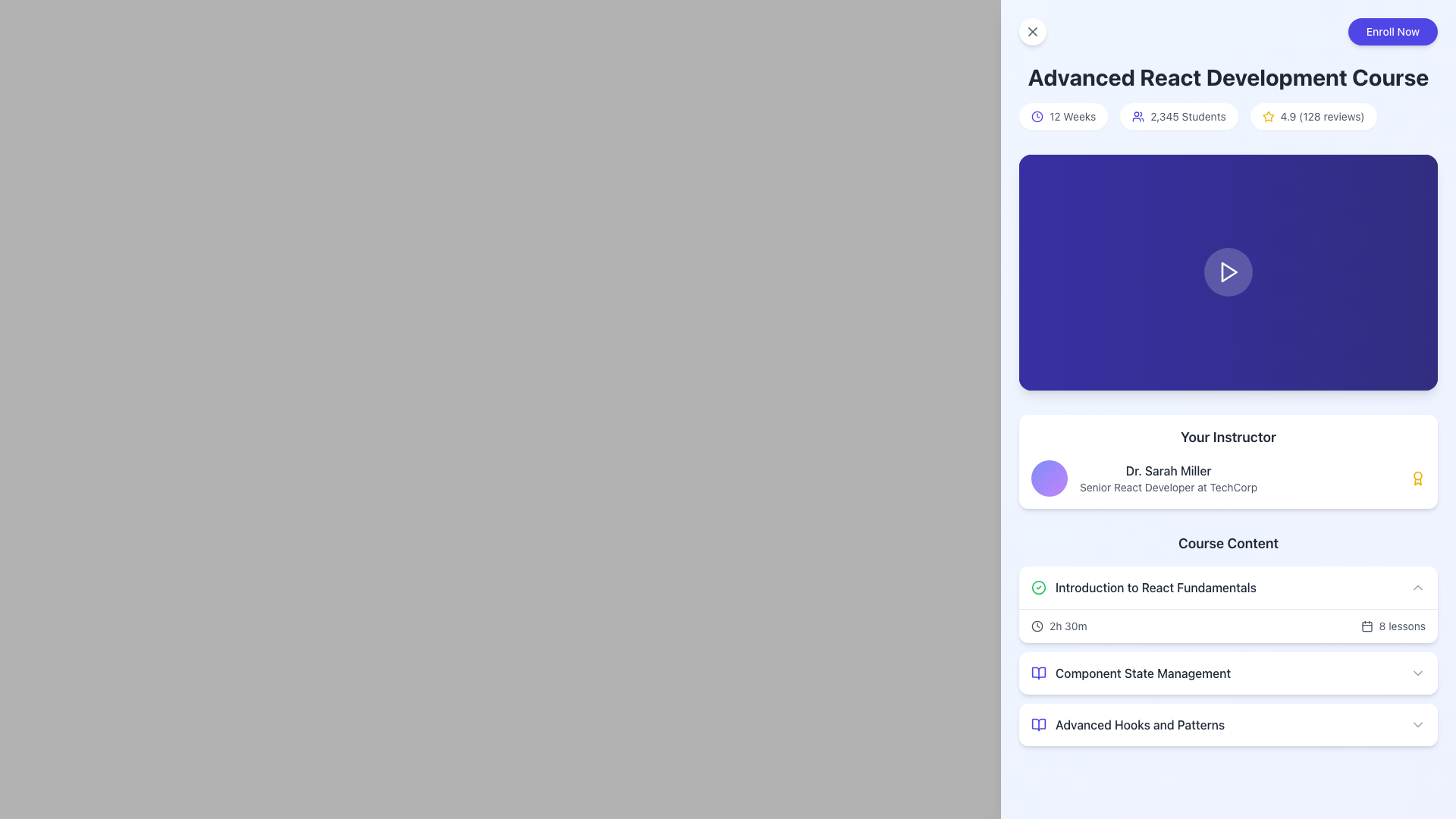  Describe the element at coordinates (1392, 32) in the screenshot. I see `the 'Enroll Now' button, which is a rounded button with white text on an indigo background, located in the top-right corner of the layout section` at that location.